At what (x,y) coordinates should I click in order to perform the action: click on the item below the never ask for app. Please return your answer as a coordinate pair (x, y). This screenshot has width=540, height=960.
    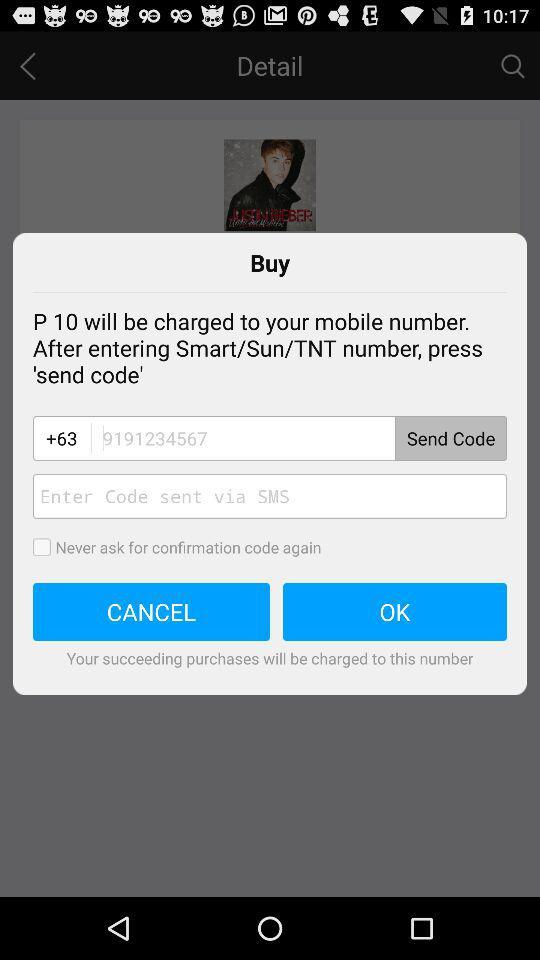
    Looking at the image, I should click on (395, 611).